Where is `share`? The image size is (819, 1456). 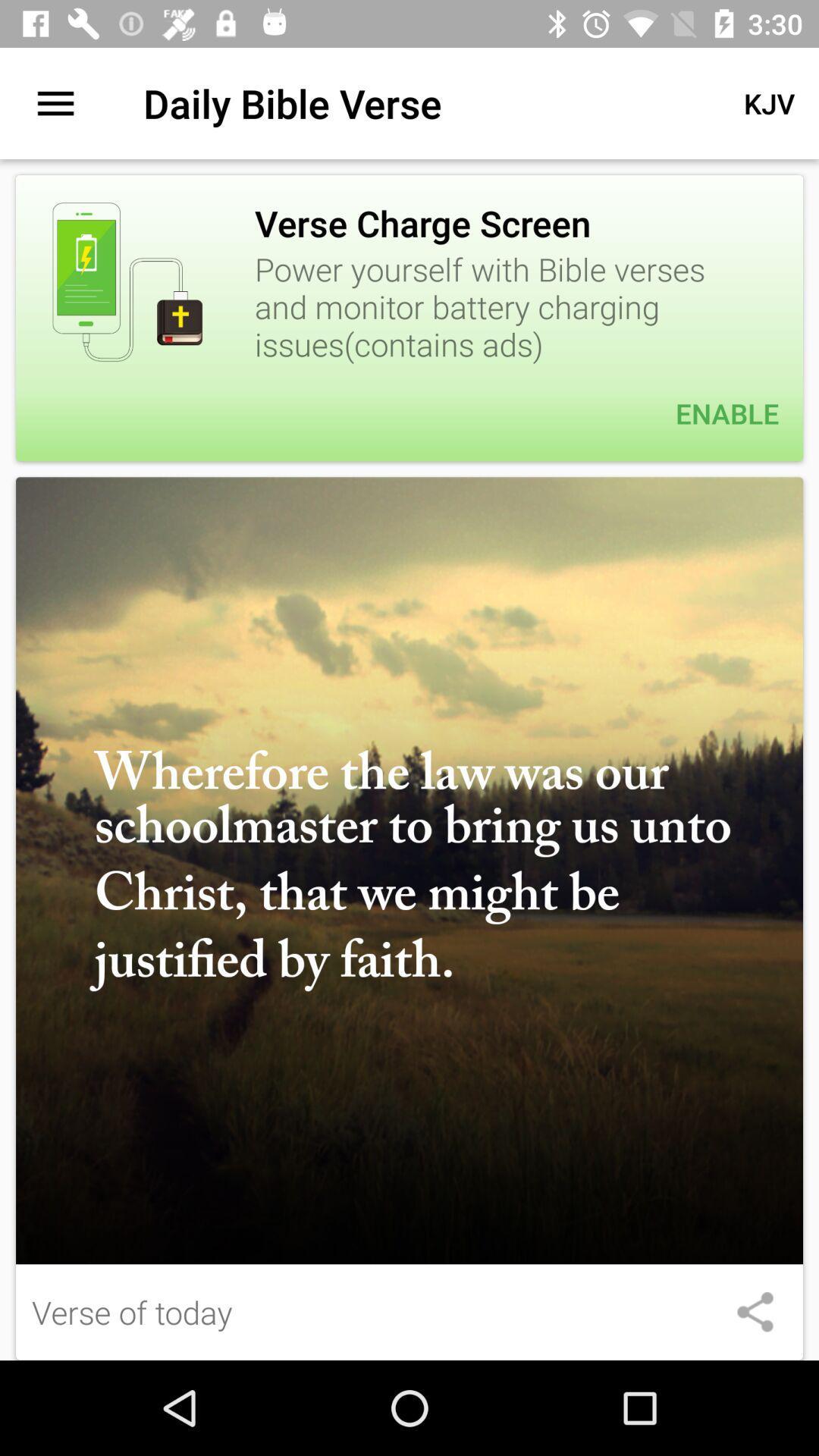
share is located at coordinates (755, 1311).